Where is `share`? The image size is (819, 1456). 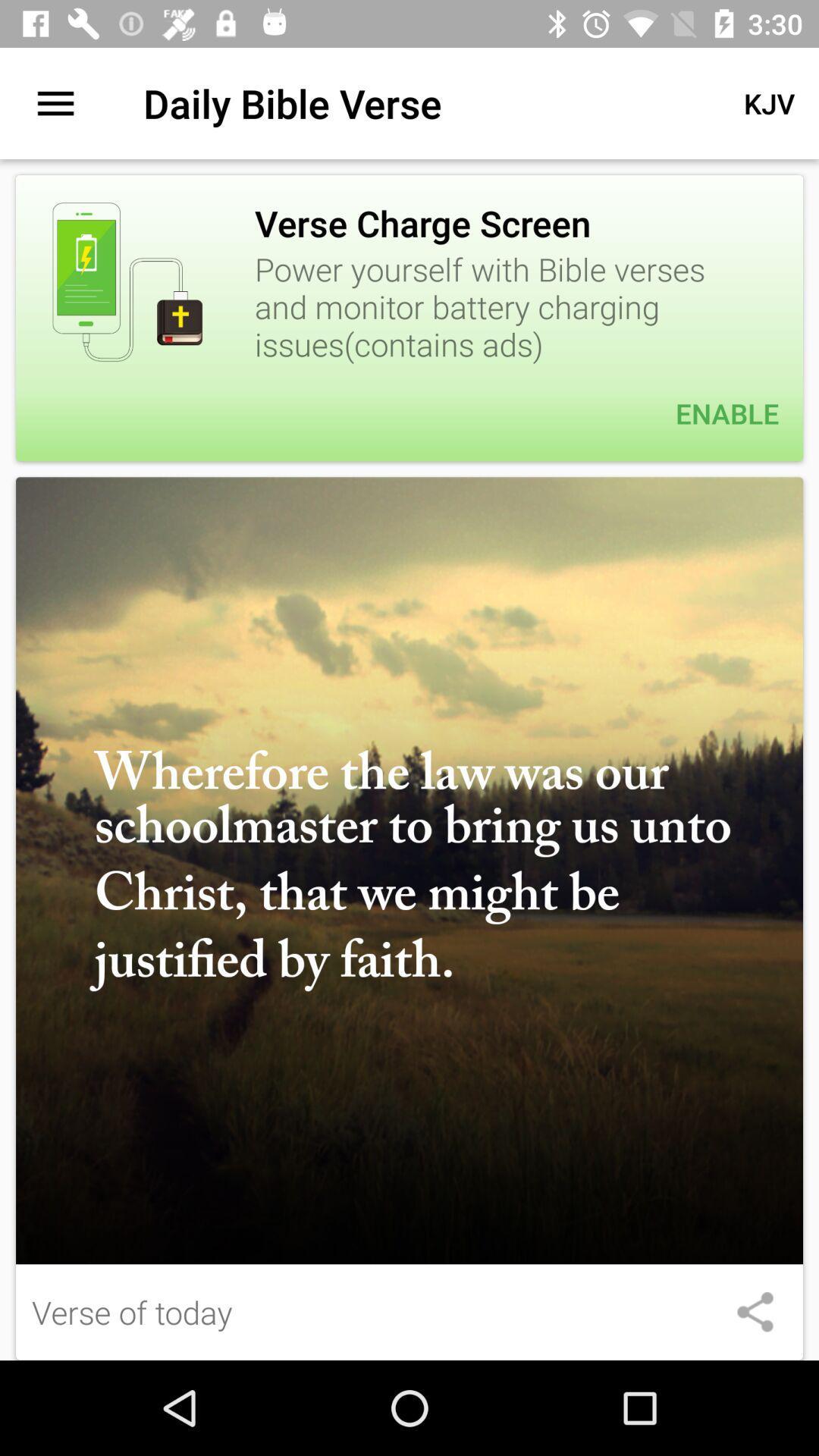
share is located at coordinates (755, 1311).